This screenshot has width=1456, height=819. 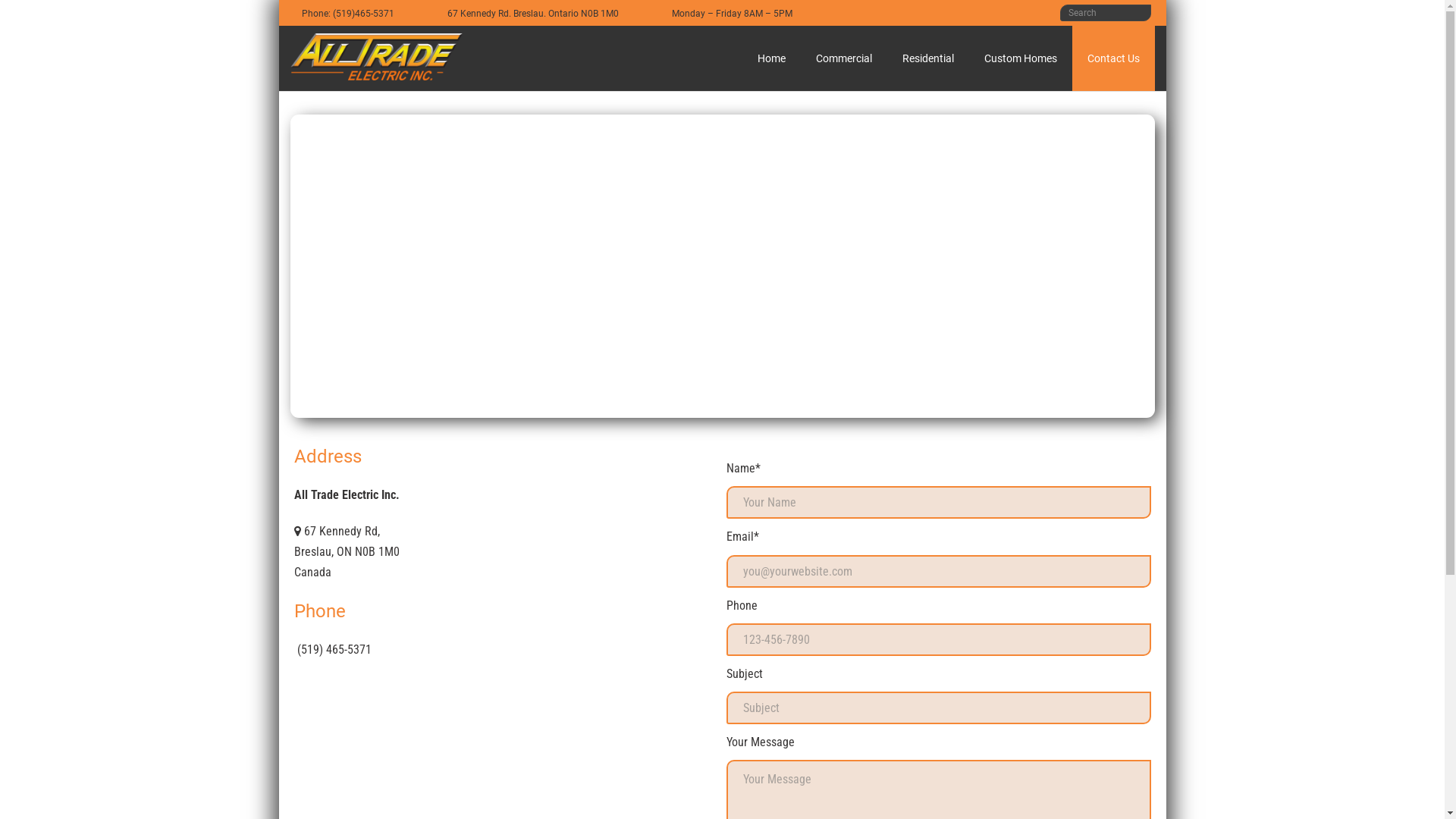 What do you see at coordinates (532, 12) in the screenshot?
I see `'67 Kennedy Rd. Breslau. Ontario N0B 1M0'` at bounding box center [532, 12].